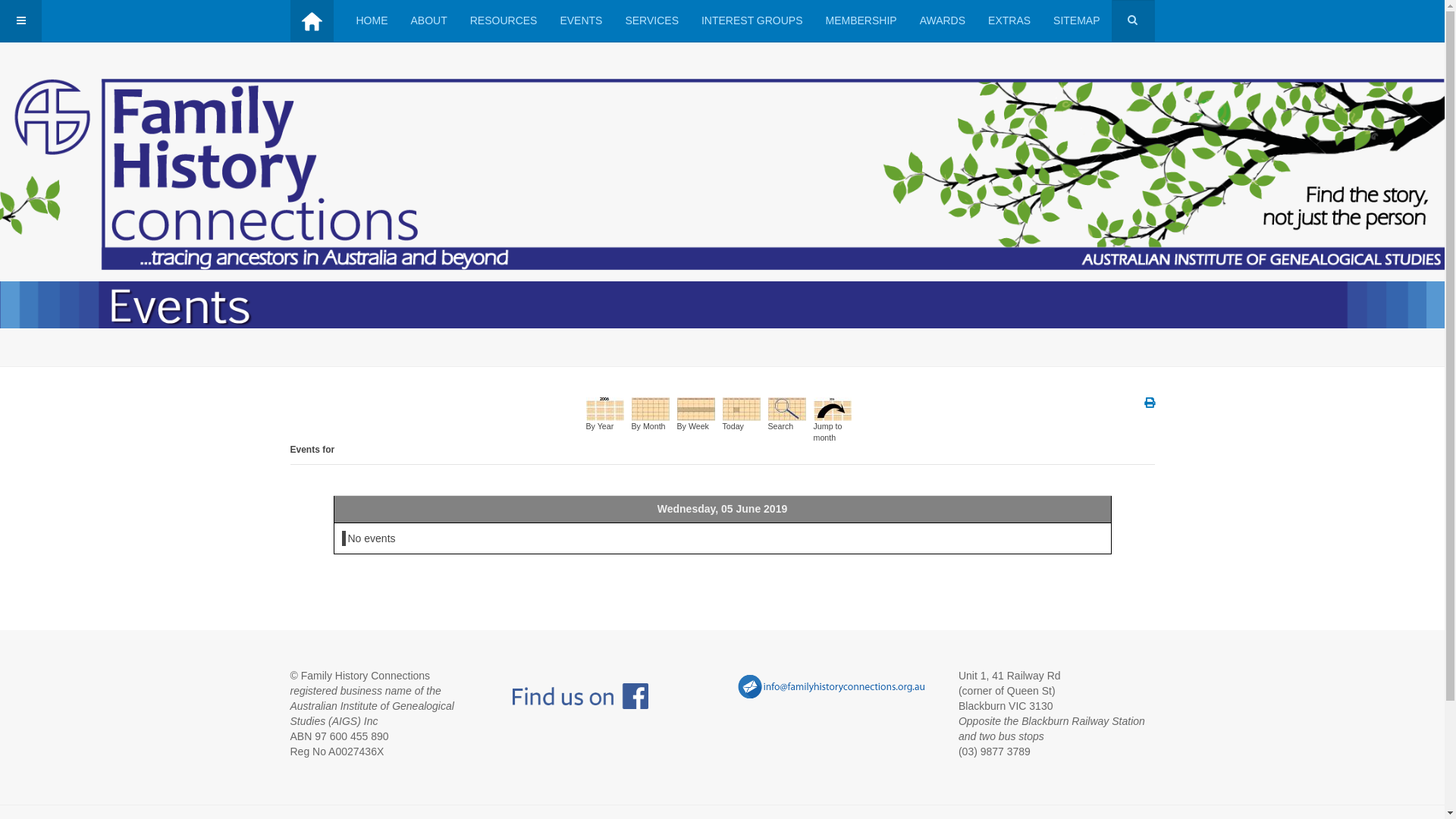 This screenshot has height=819, width=1456. What do you see at coordinates (919, 20) in the screenshot?
I see `'AWARDS'` at bounding box center [919, 20].